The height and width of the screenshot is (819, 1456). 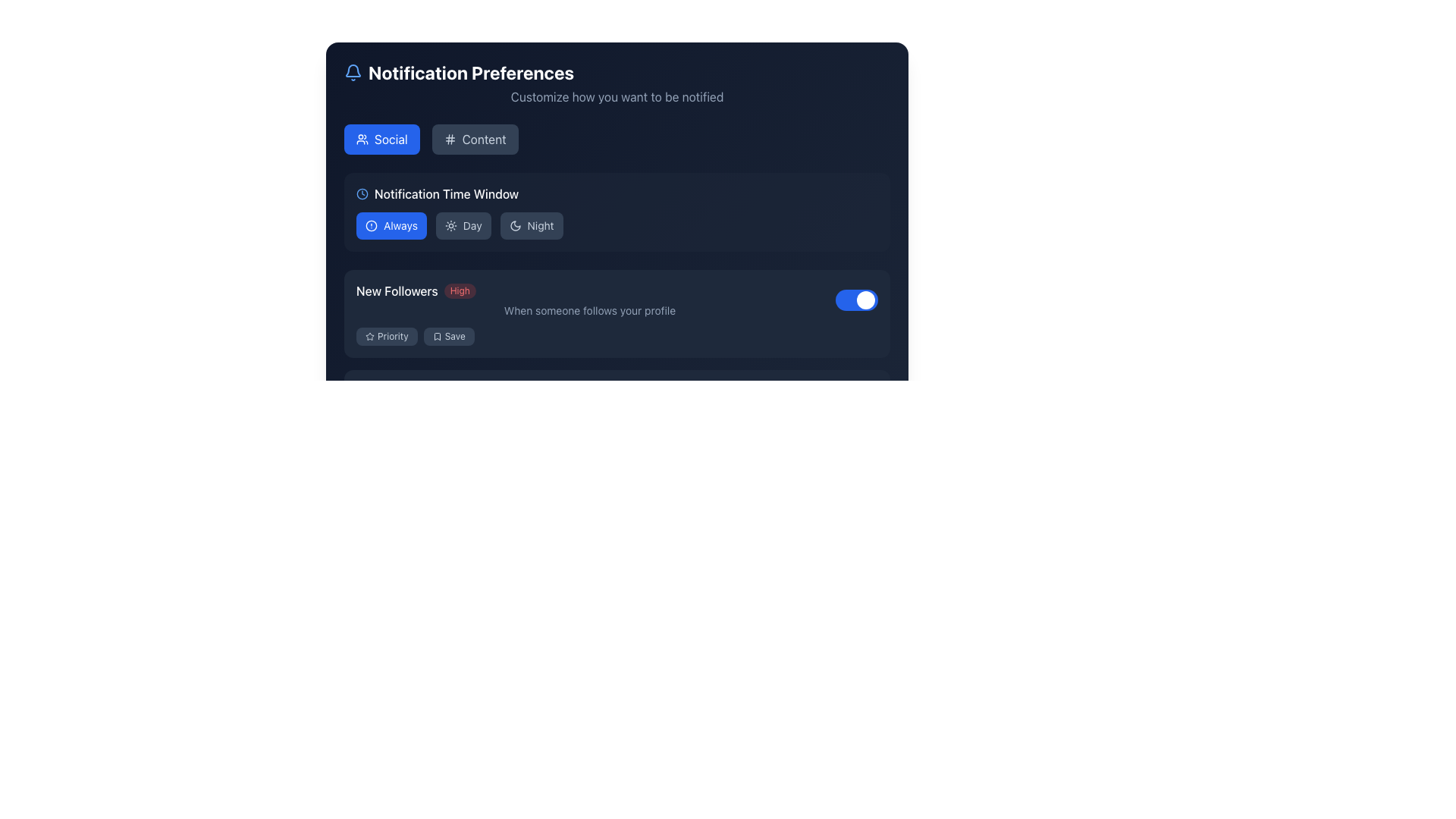 I want to click on the contextual significance of the unfilled star-shaped icon located to the left of the 'Priority' button in the 'New Followers' block of the 'Notification Preferences' interface, so click(x=370, y=335).